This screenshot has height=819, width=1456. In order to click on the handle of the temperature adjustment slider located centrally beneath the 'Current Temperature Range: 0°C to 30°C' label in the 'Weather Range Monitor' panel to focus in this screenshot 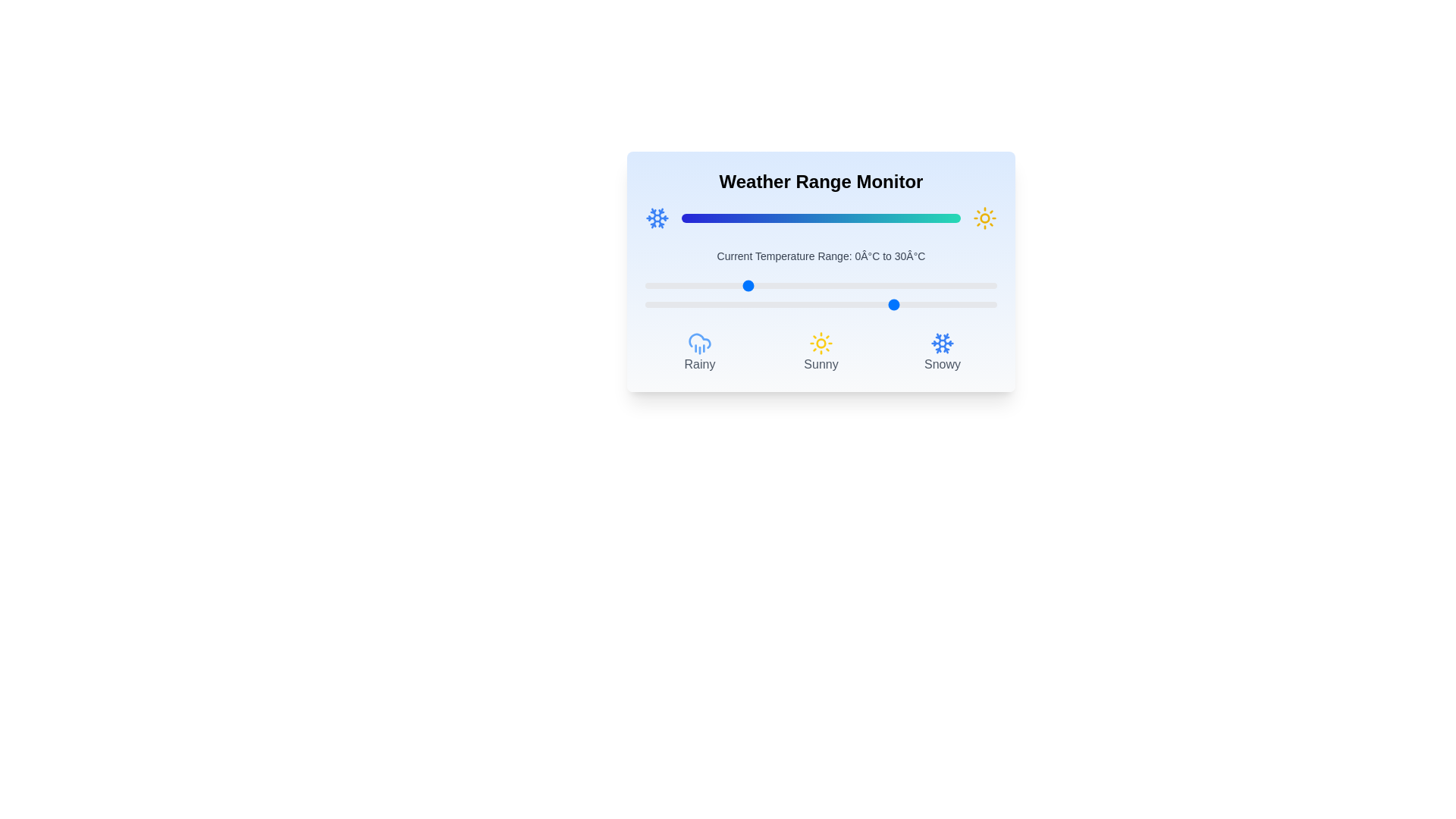, I will do `click(821, 286)`.